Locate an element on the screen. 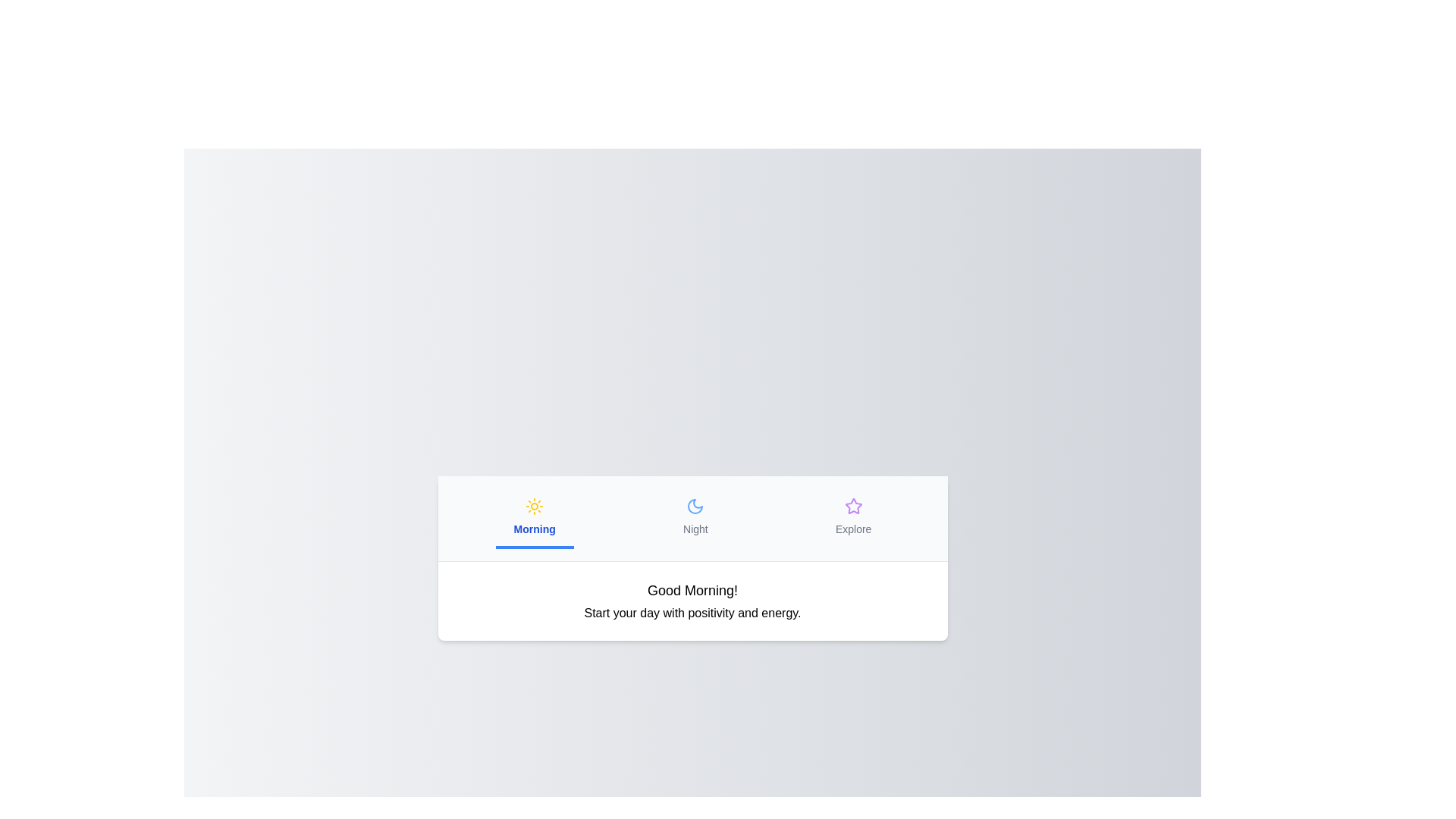  the tab labeled Morning to switch to its content is located at coordinates (535, 517).